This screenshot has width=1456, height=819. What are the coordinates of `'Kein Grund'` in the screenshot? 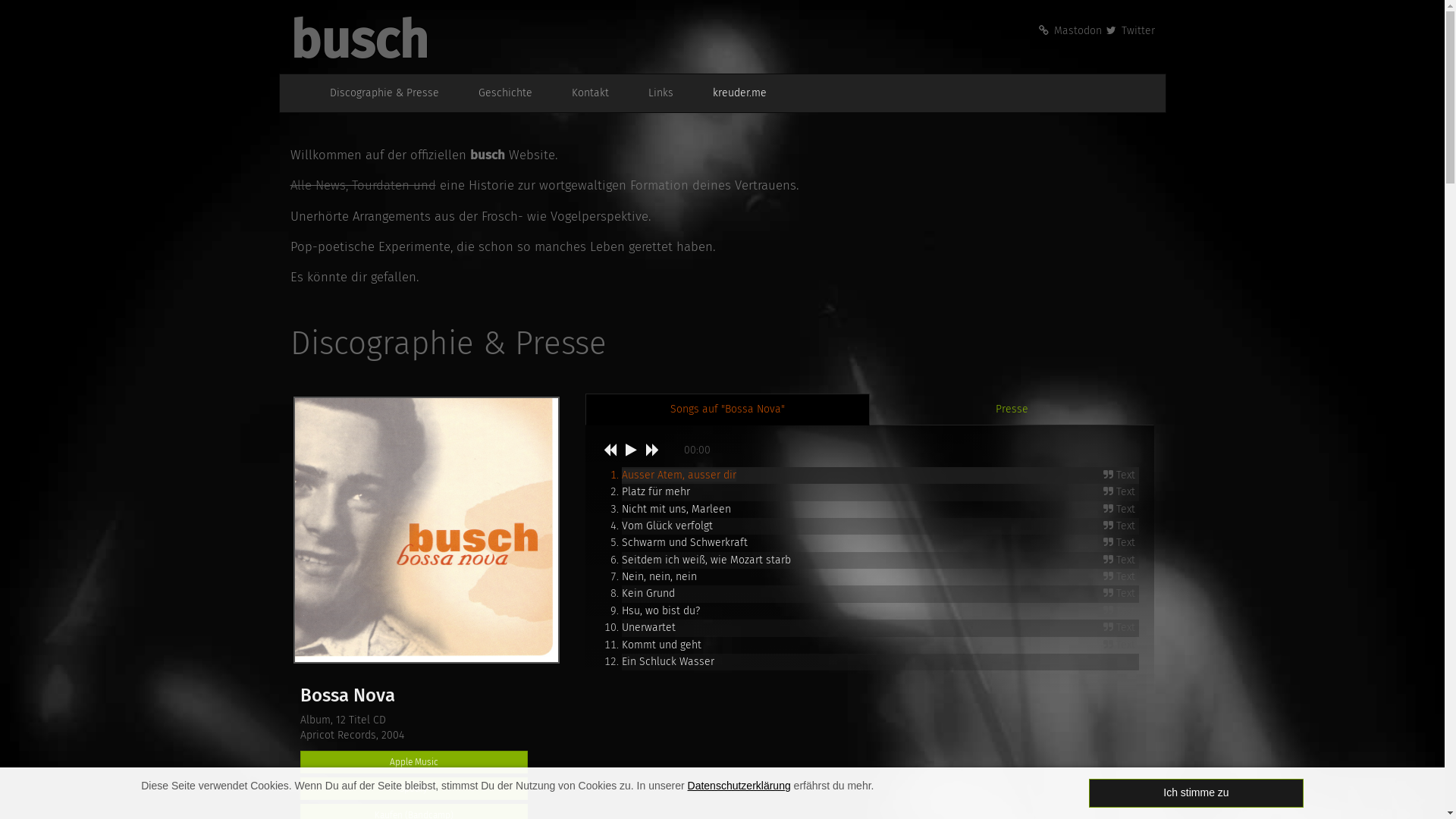 It's located at (622, 592).